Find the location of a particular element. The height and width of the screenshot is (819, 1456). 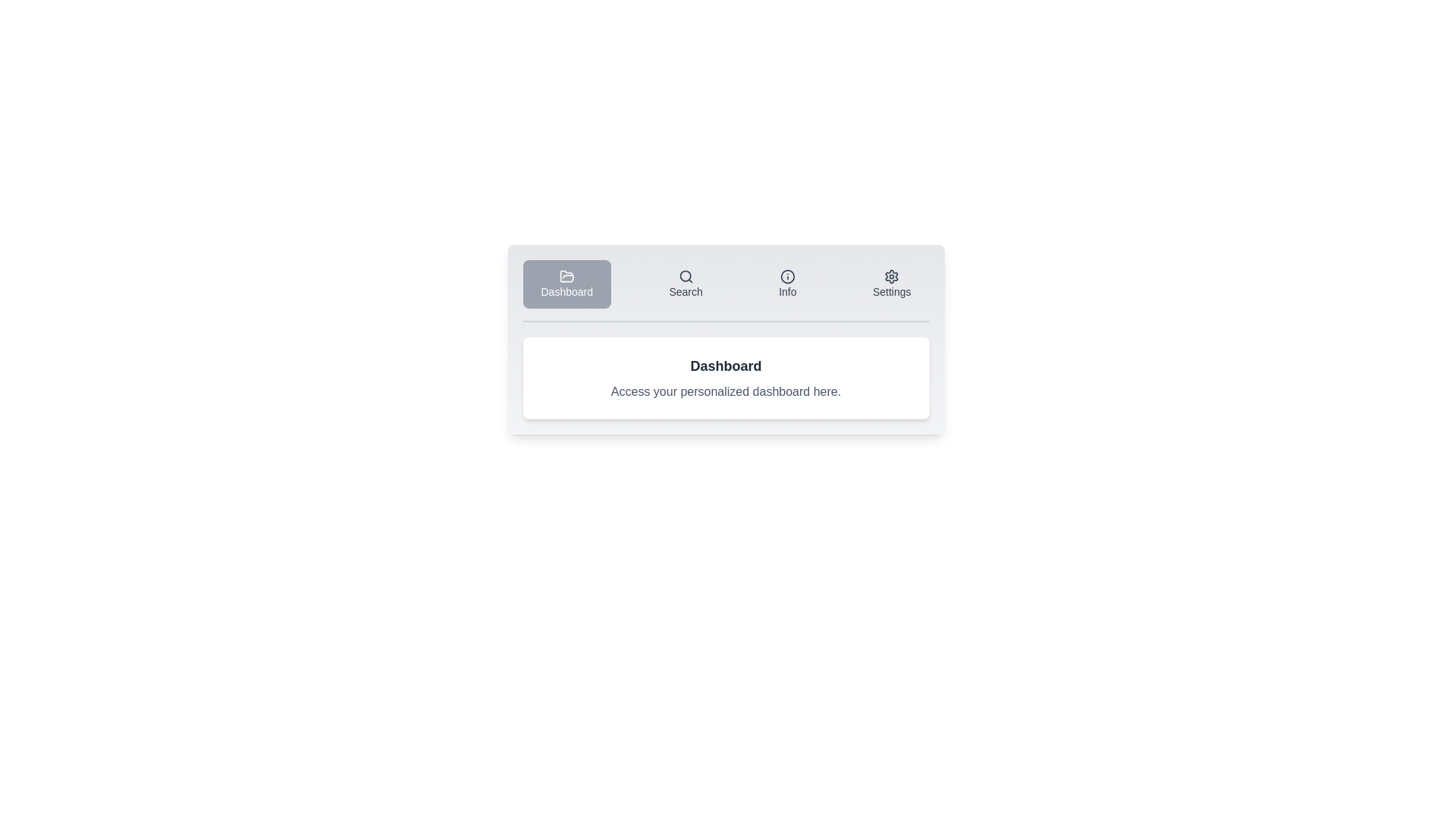

the tab labeled Dashboard is located at coordinates (566, 284).